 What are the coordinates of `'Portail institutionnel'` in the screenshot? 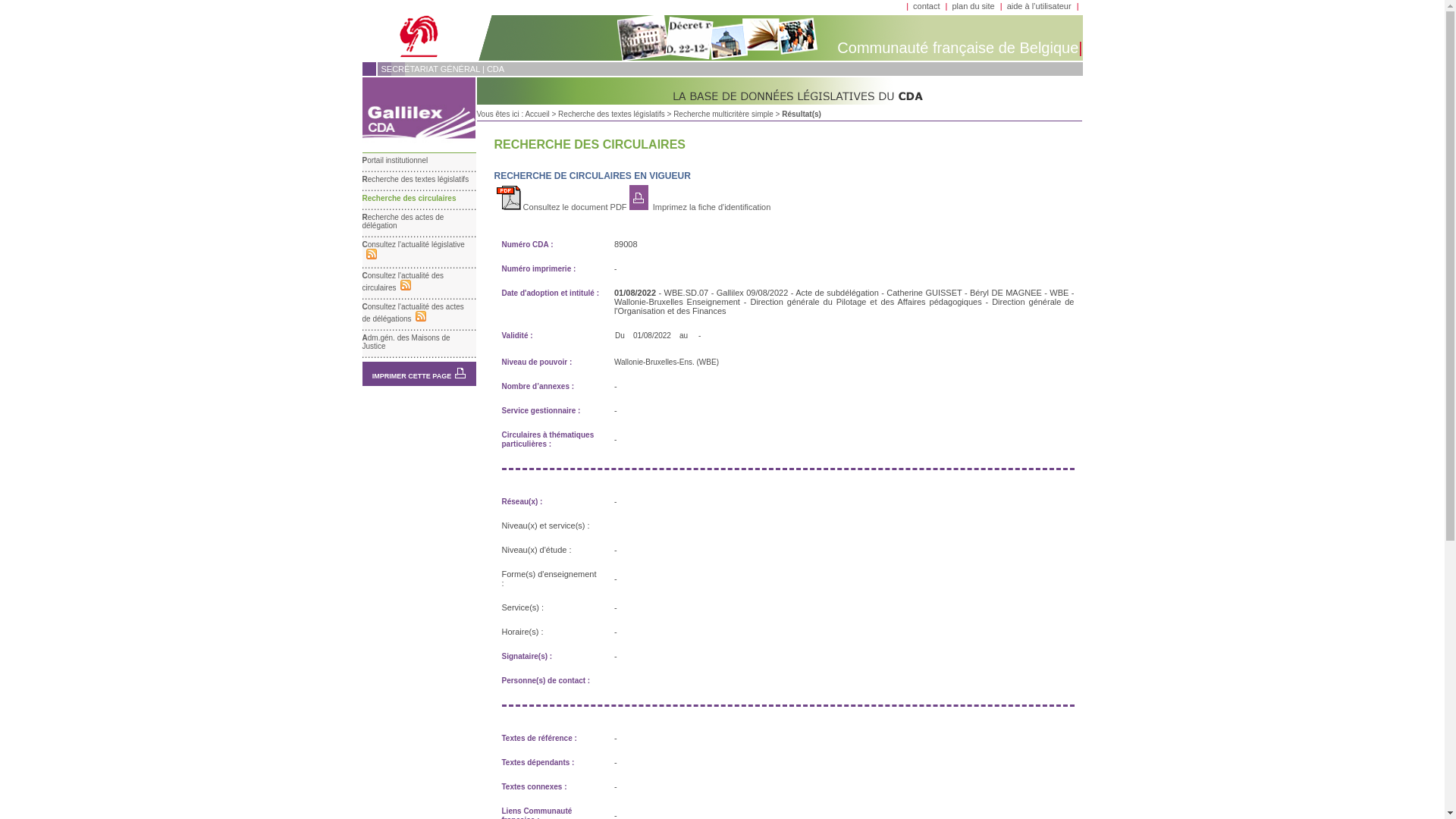 It's located at (395, 160).